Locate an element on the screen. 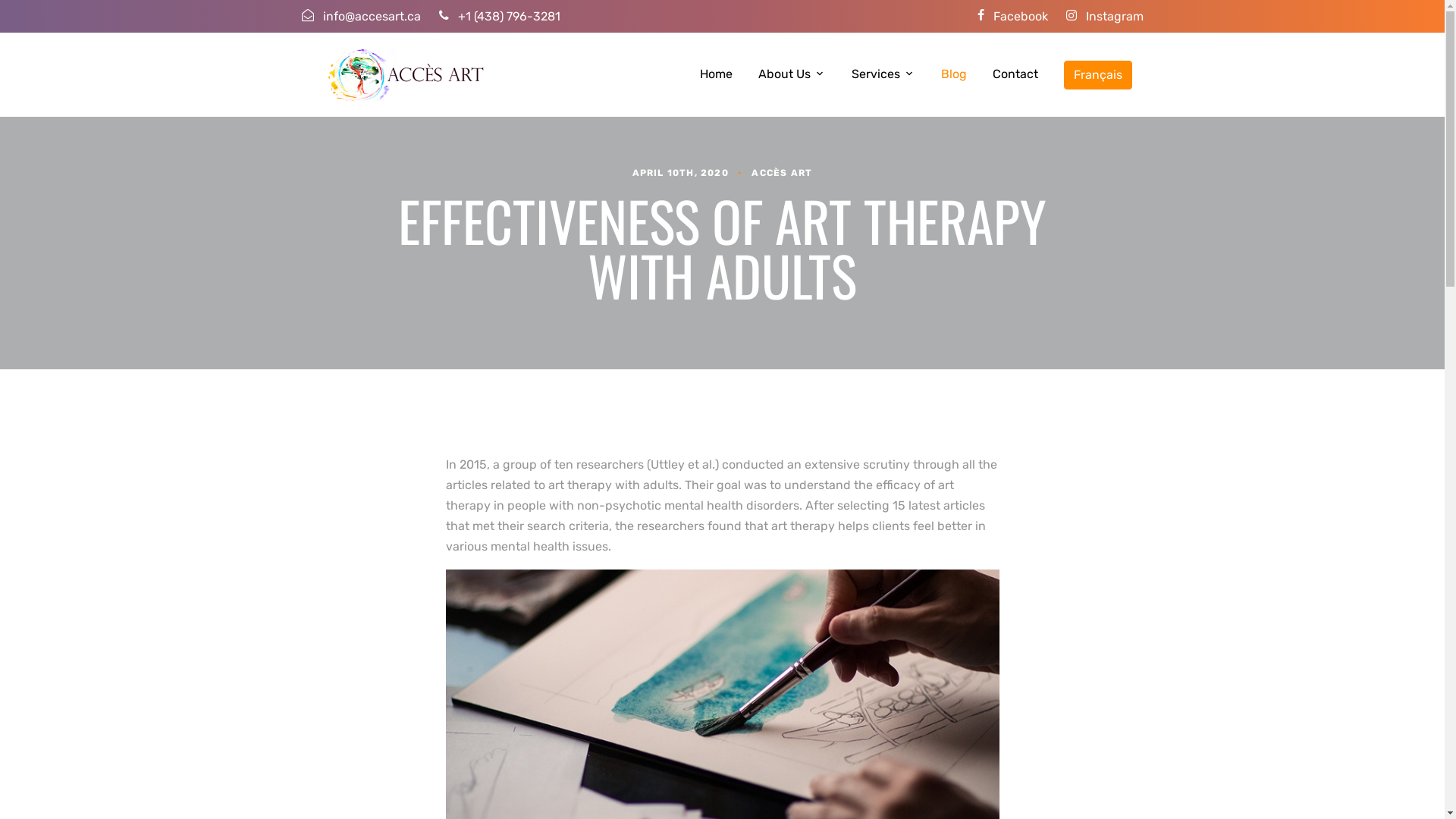  'Services' is located at coordinates (851, 74).